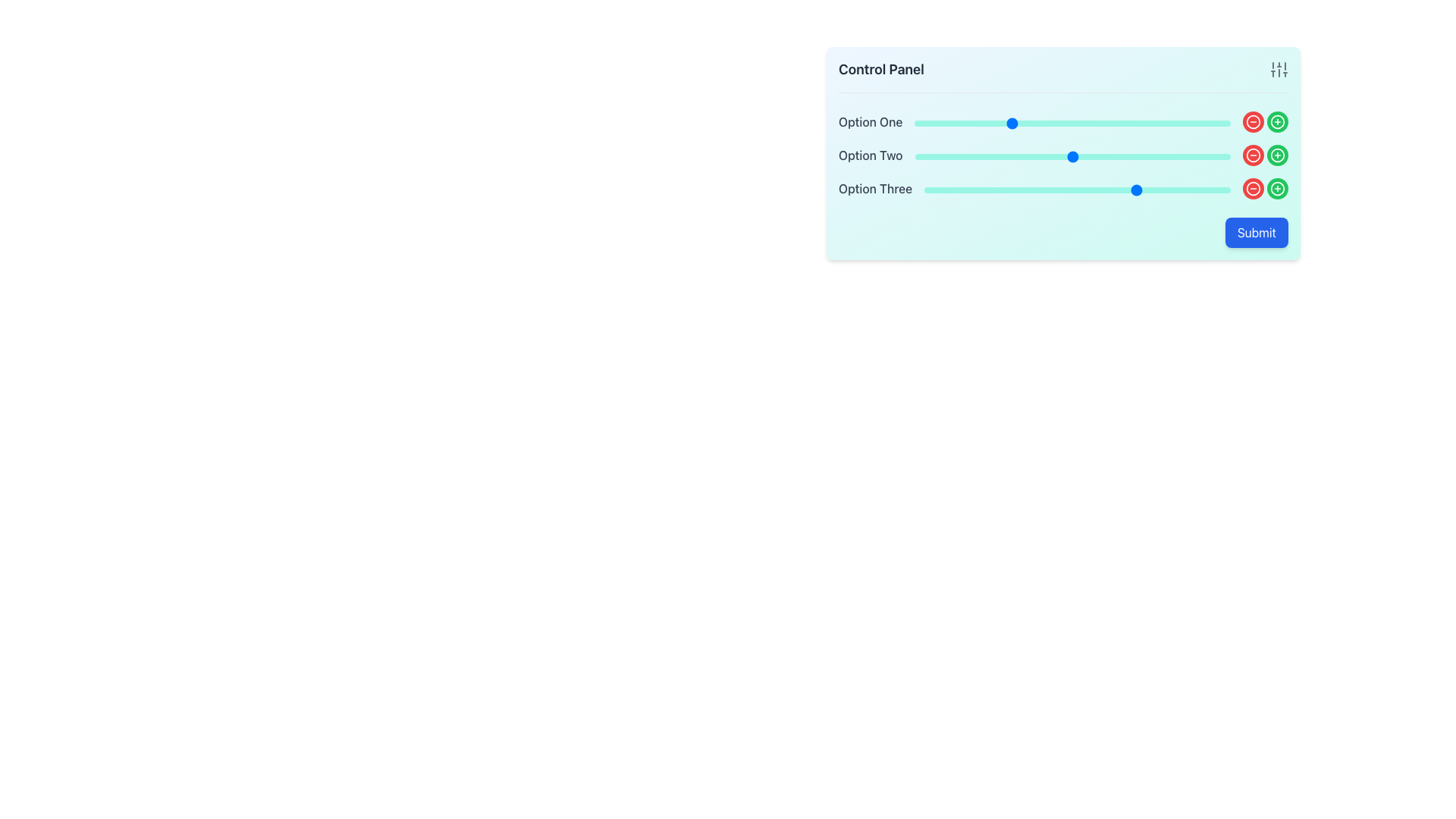  Describe the element at coordinates (1059, 157) in the screenshot. I see `the slider` at that location.